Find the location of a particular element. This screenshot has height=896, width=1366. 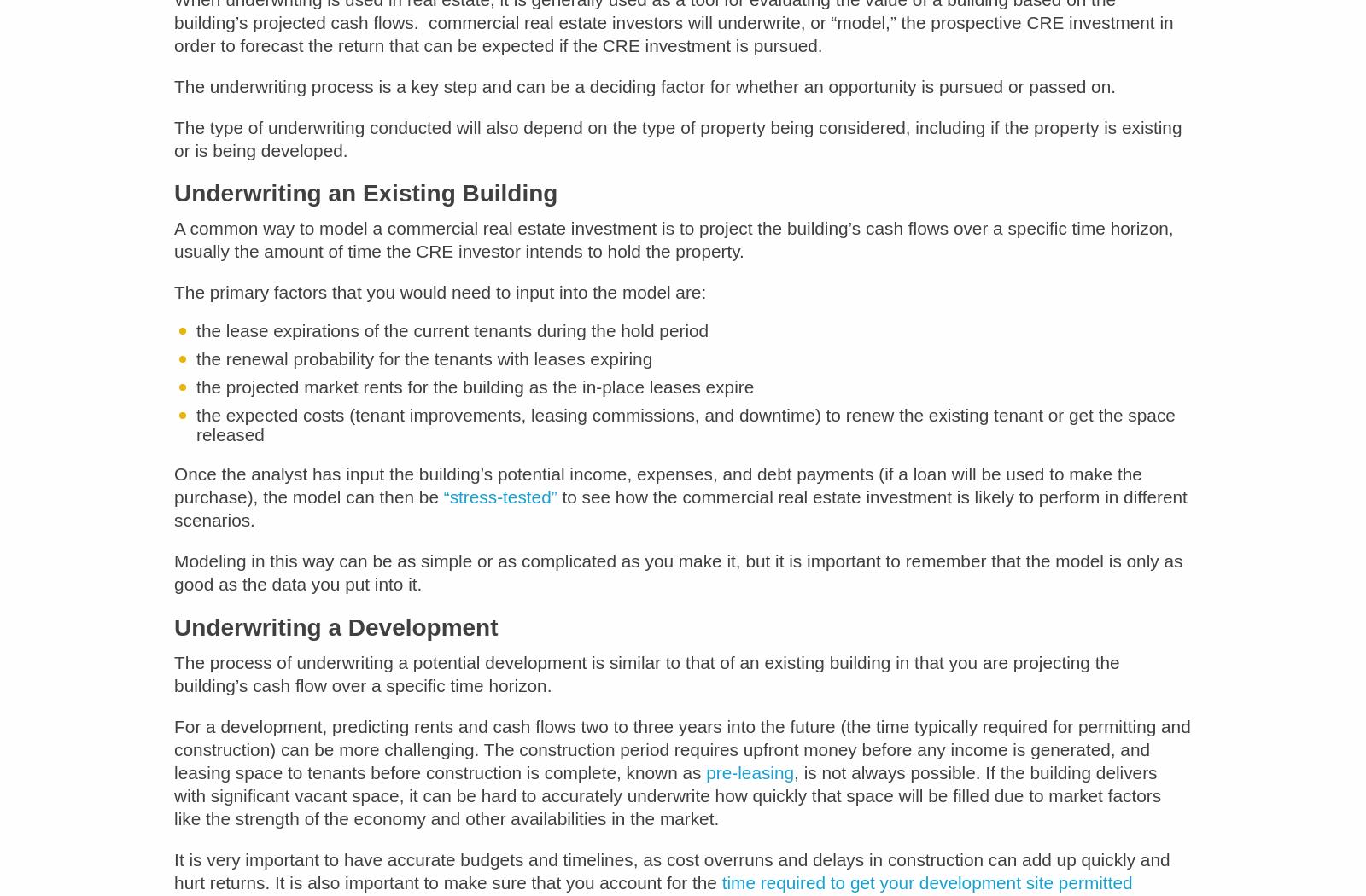

'When underwriting is used in real estate, it is generally used as a tool for evaluating the value of a building based on the building’s projected cash flows.  commercial real estate investors will underwrite, or “model,” the prospective CRE investment in order to forecast the return that can be expected if the CRE investment is pursued.' is located at coordinates (673, 33).